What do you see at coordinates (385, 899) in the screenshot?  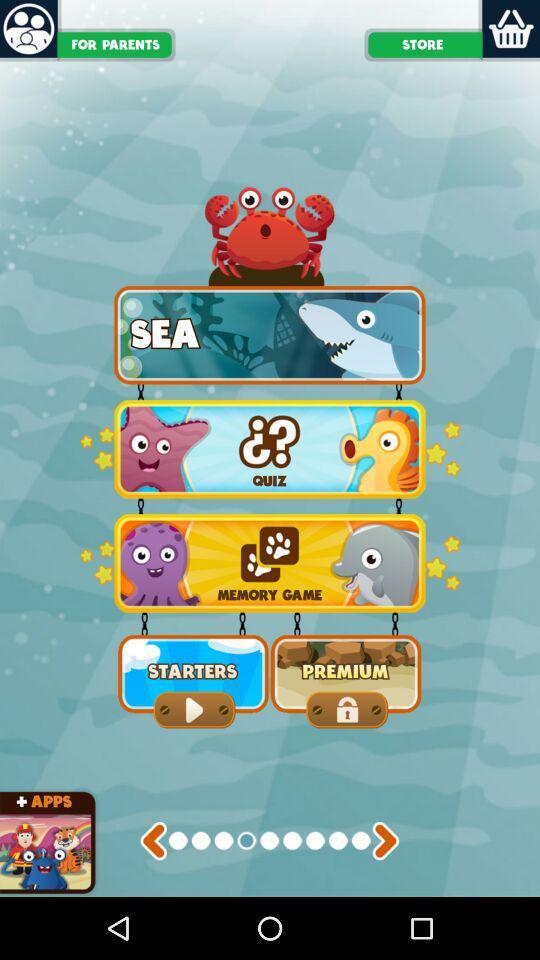 I see `the av_forward icon` at bounding box center [385, 899].